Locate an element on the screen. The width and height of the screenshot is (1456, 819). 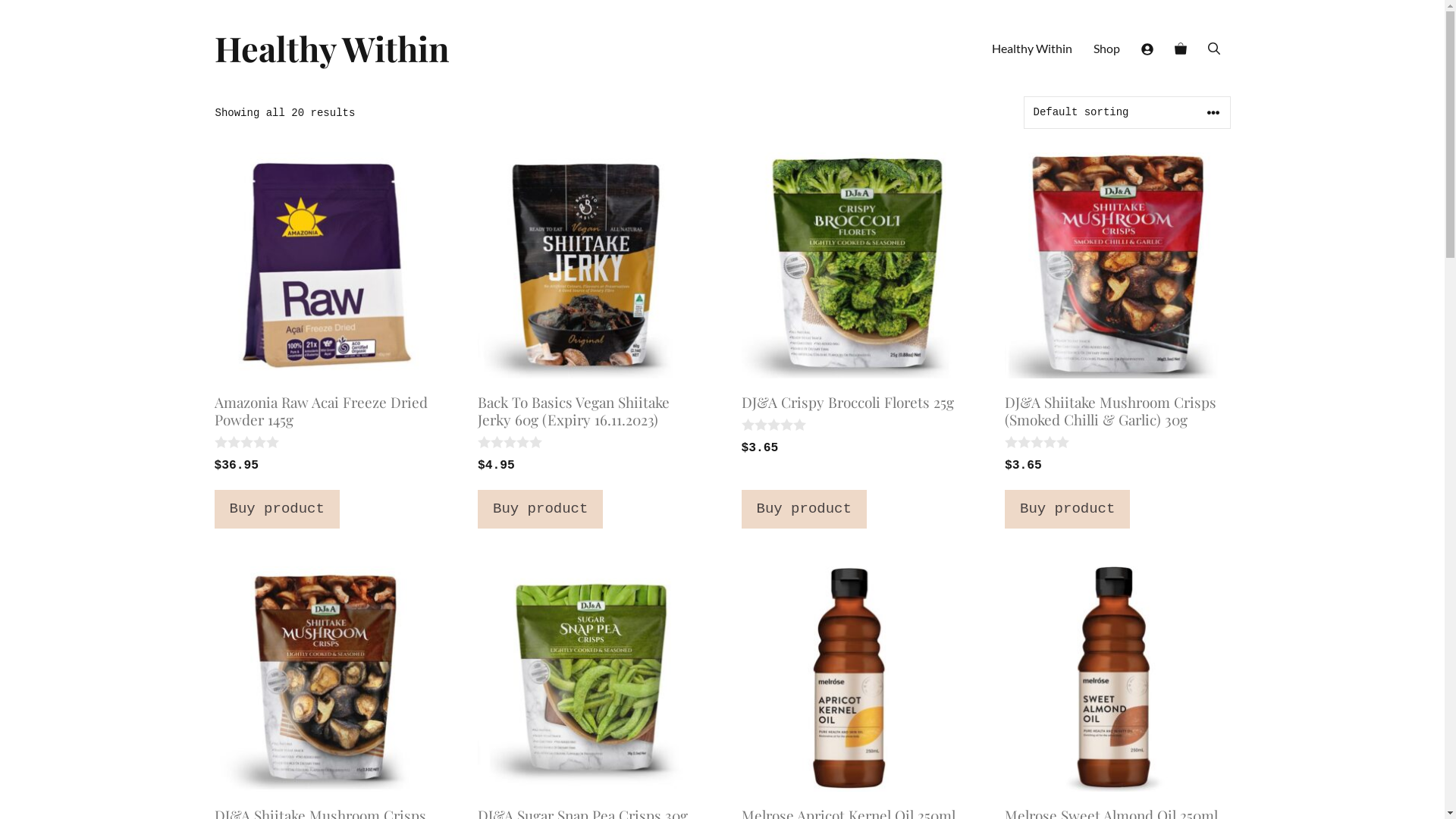
'Shop' is located at coordinates (1106, 47).